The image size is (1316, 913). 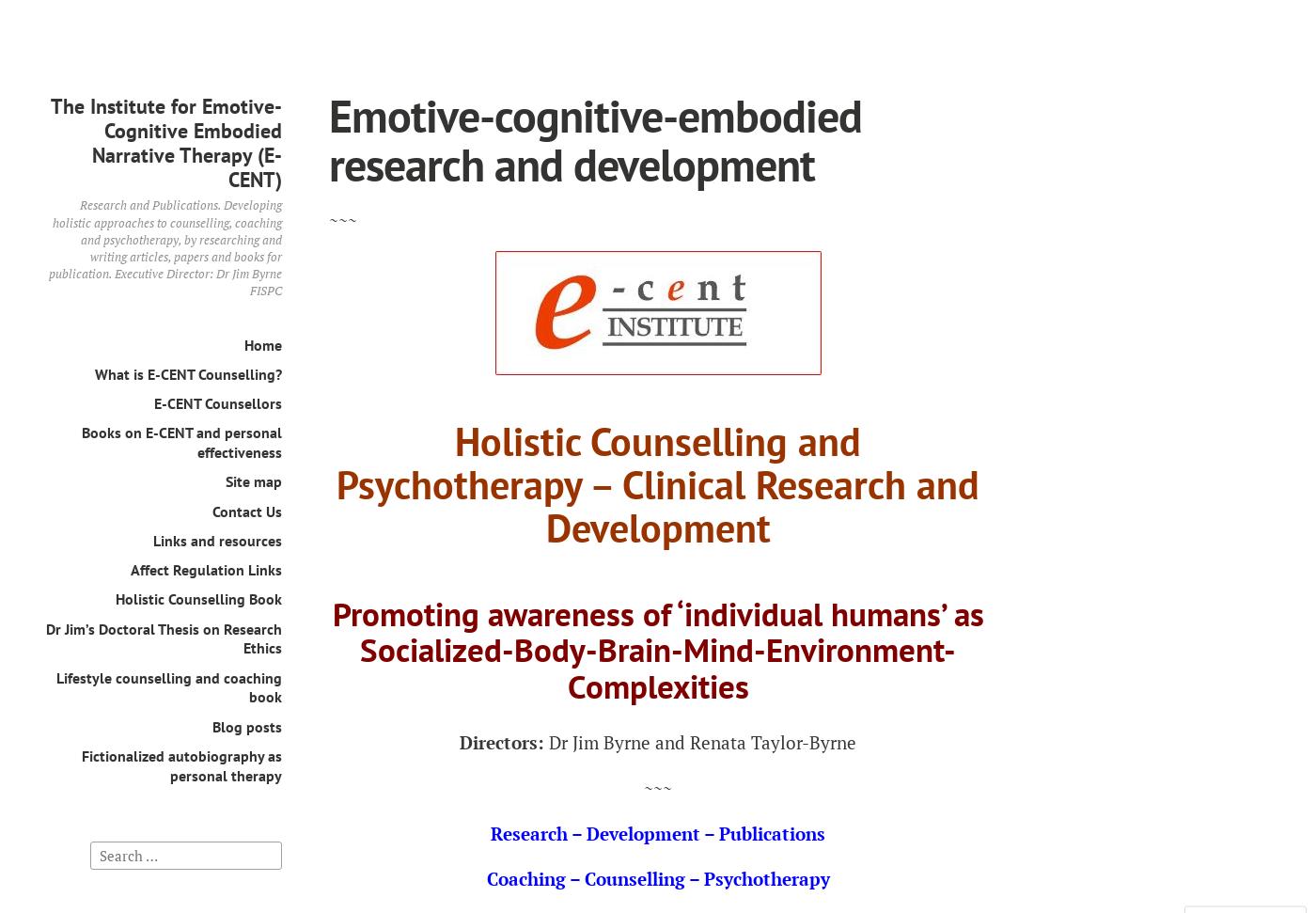 I want to click on 'Directors:', so click(x=460, y=741).